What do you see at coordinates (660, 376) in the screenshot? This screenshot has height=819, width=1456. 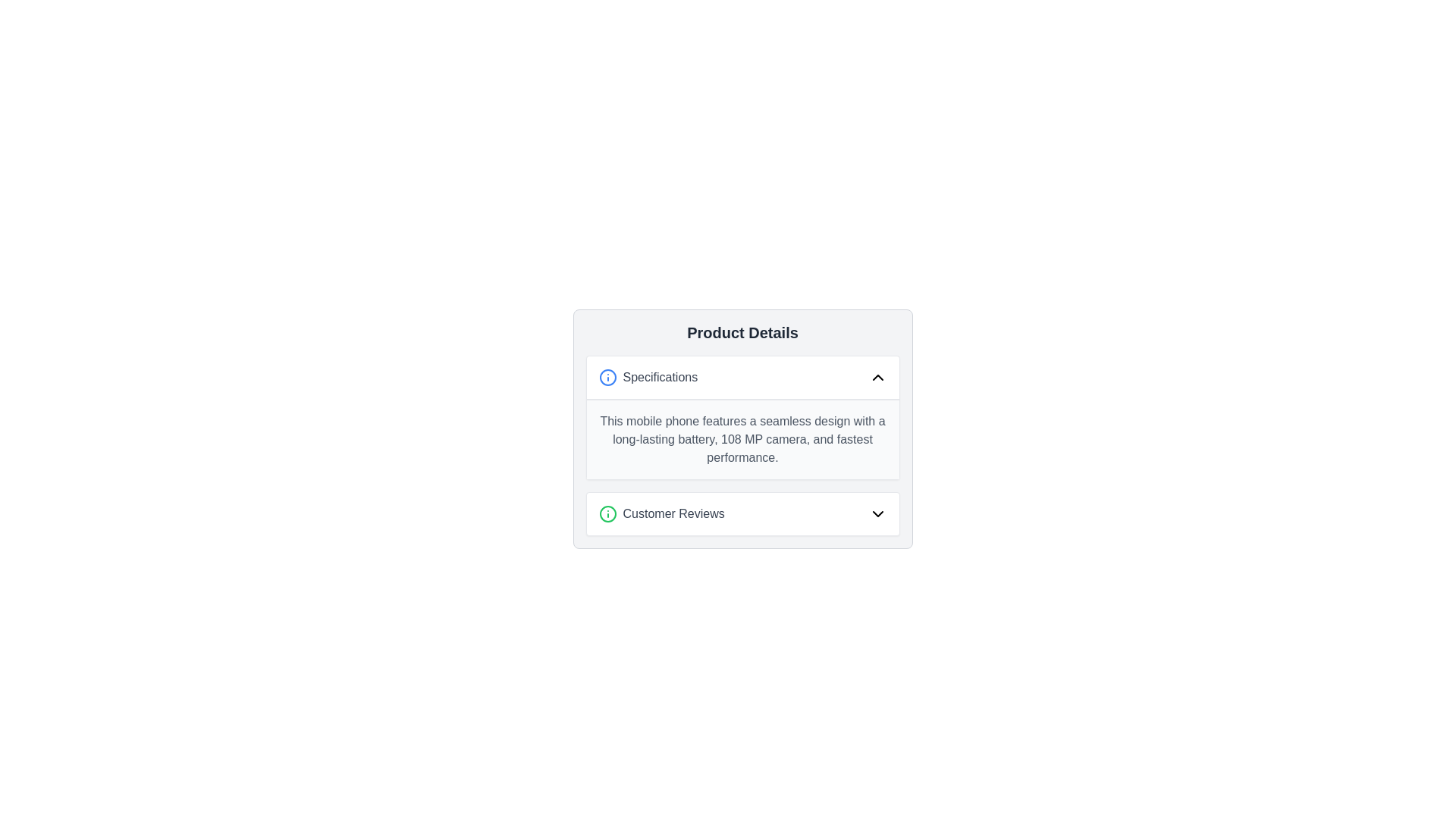 I see `the text label that serves as a header for product specifications, located to the right of the information icon within the 'Product Details' panel` at bounding box center [660, 376].